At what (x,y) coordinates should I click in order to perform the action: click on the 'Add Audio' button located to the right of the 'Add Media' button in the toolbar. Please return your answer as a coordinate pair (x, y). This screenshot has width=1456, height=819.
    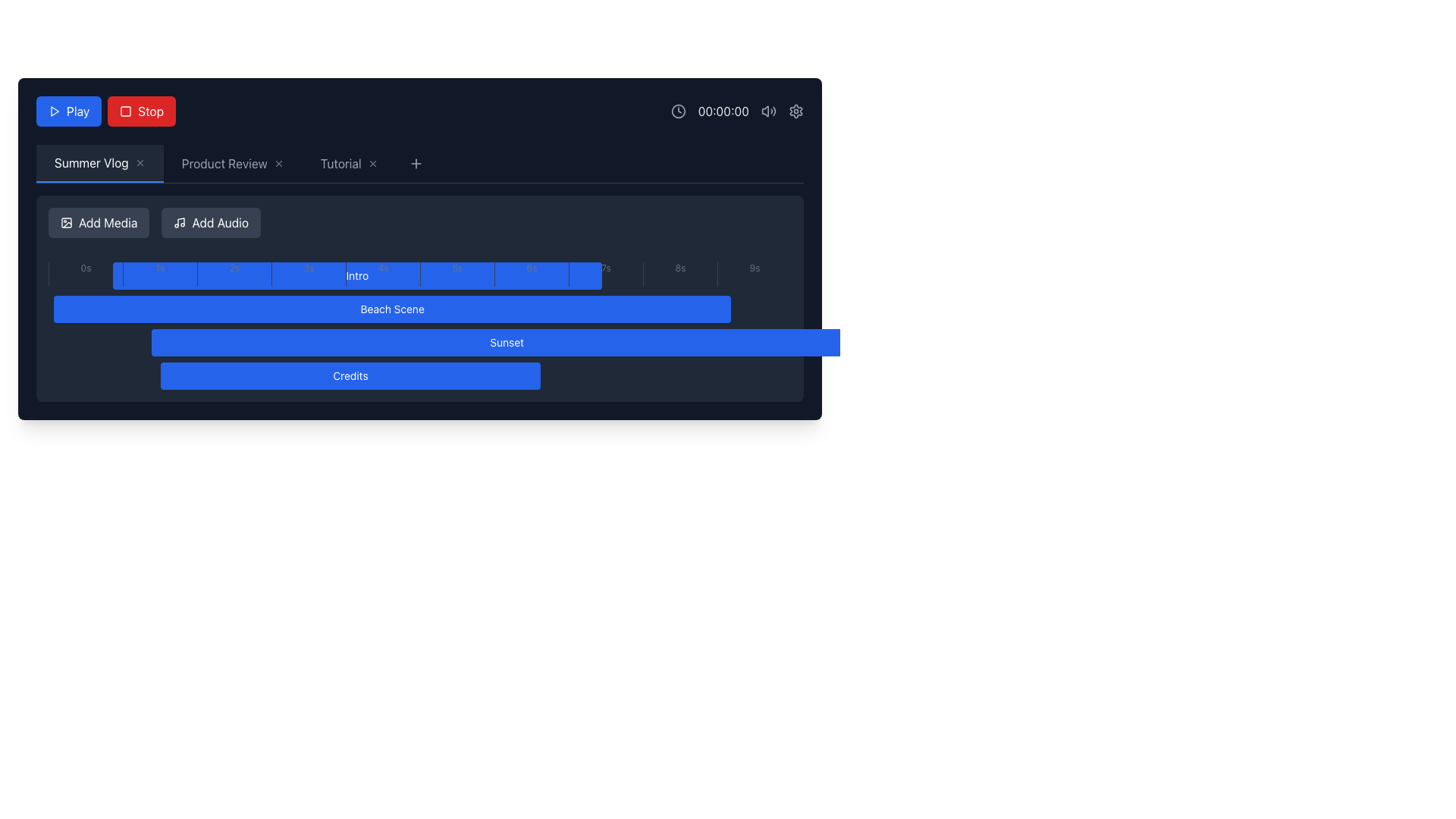
    Looking at the image, I should click on (210, 222).